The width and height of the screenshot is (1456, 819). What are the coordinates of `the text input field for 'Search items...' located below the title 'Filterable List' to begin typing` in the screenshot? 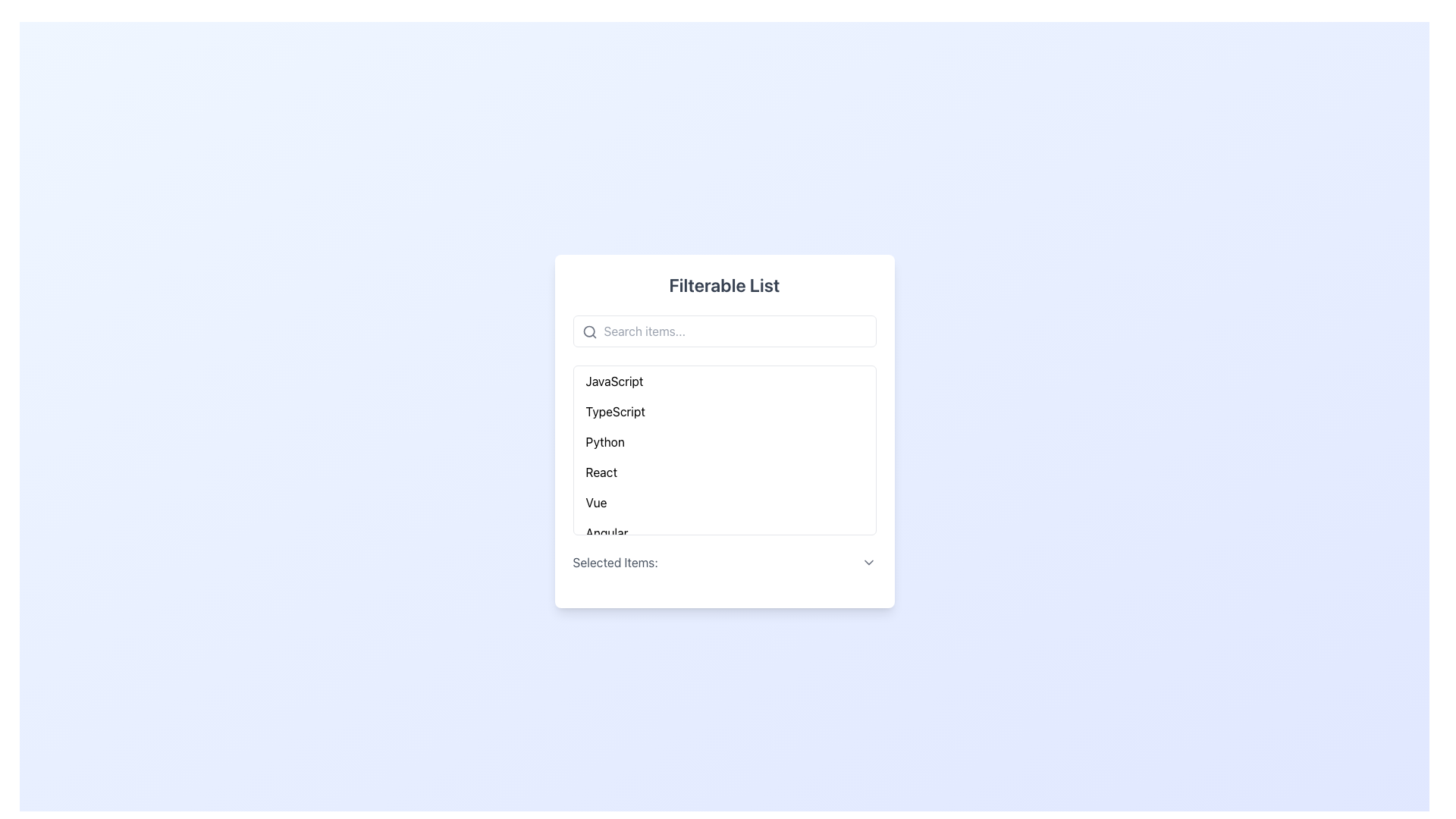 It's located at (723, 330).